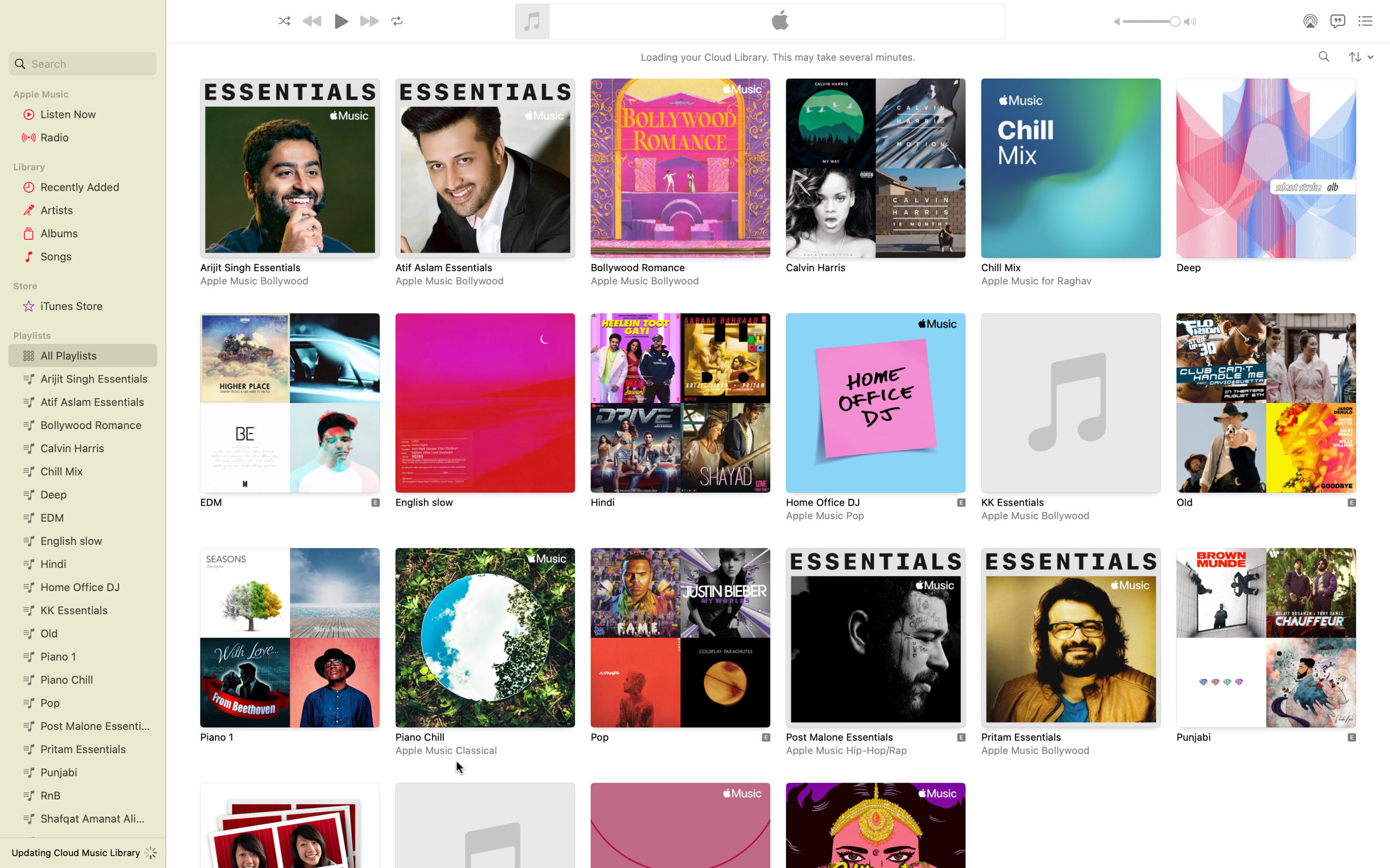 The width and height of the screenshot is (1390, 868). What do you see at coordinates (1360, 56) in the screenshot?
I see `a descending order sort on the playlist titles` at bounding box center [1360, 56].